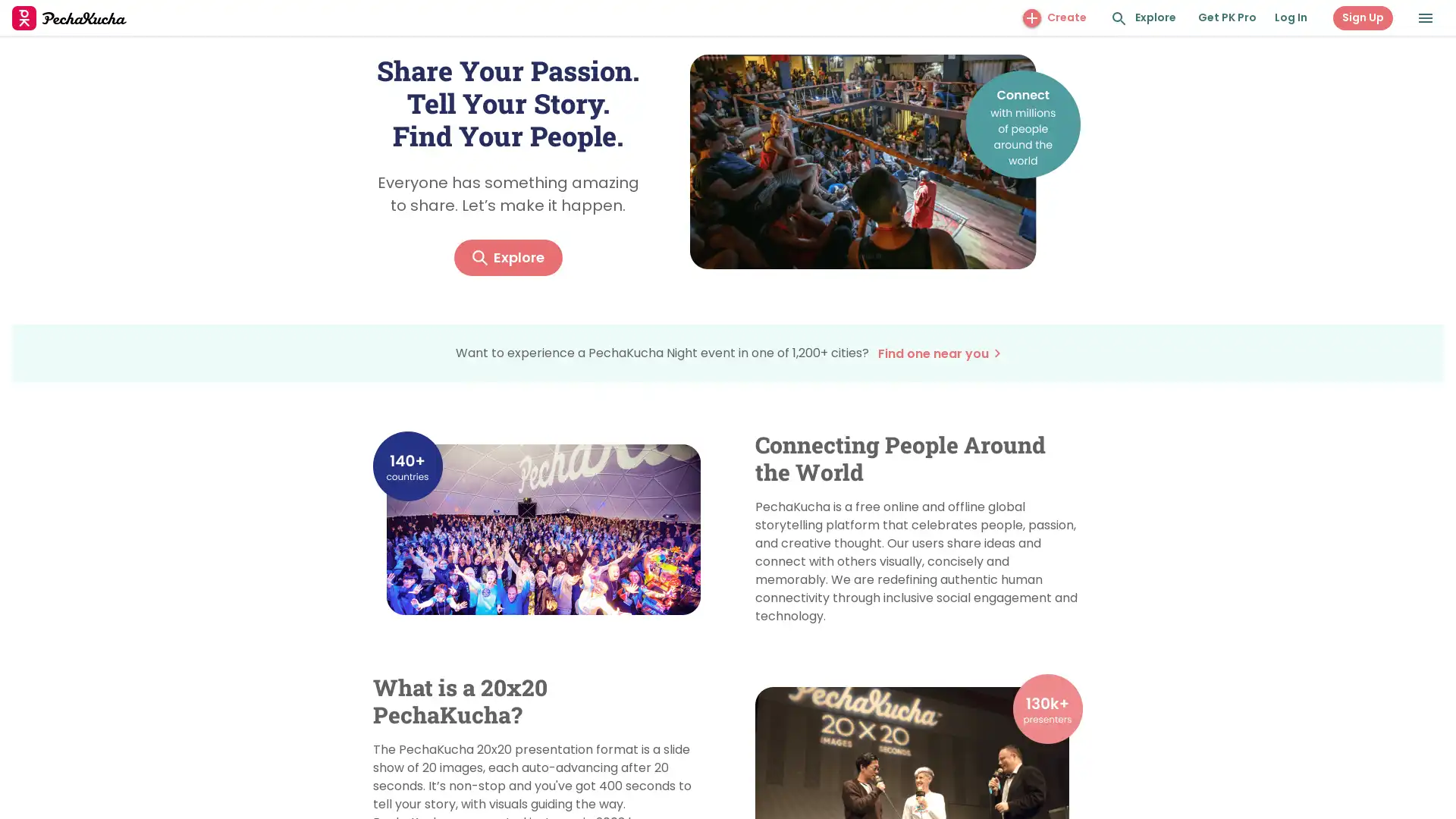  What do you see at coordinates (937, 353) in the screenshot?
I see `Find one near you` at bounding box center [937, 353].